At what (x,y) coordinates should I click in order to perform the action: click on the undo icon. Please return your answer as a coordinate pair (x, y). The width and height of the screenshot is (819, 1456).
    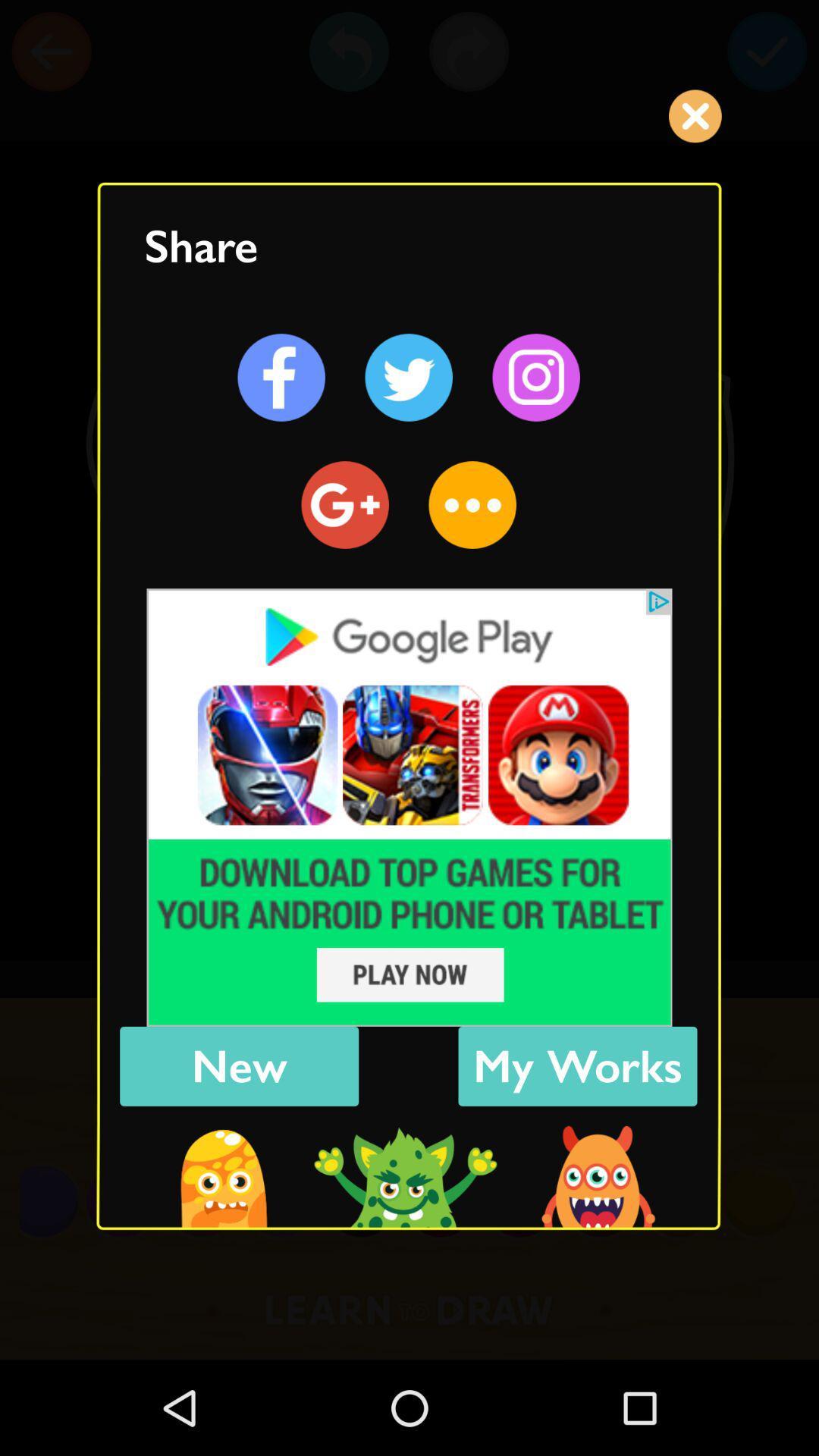
    Looking at the image, I should click on (349, 52).